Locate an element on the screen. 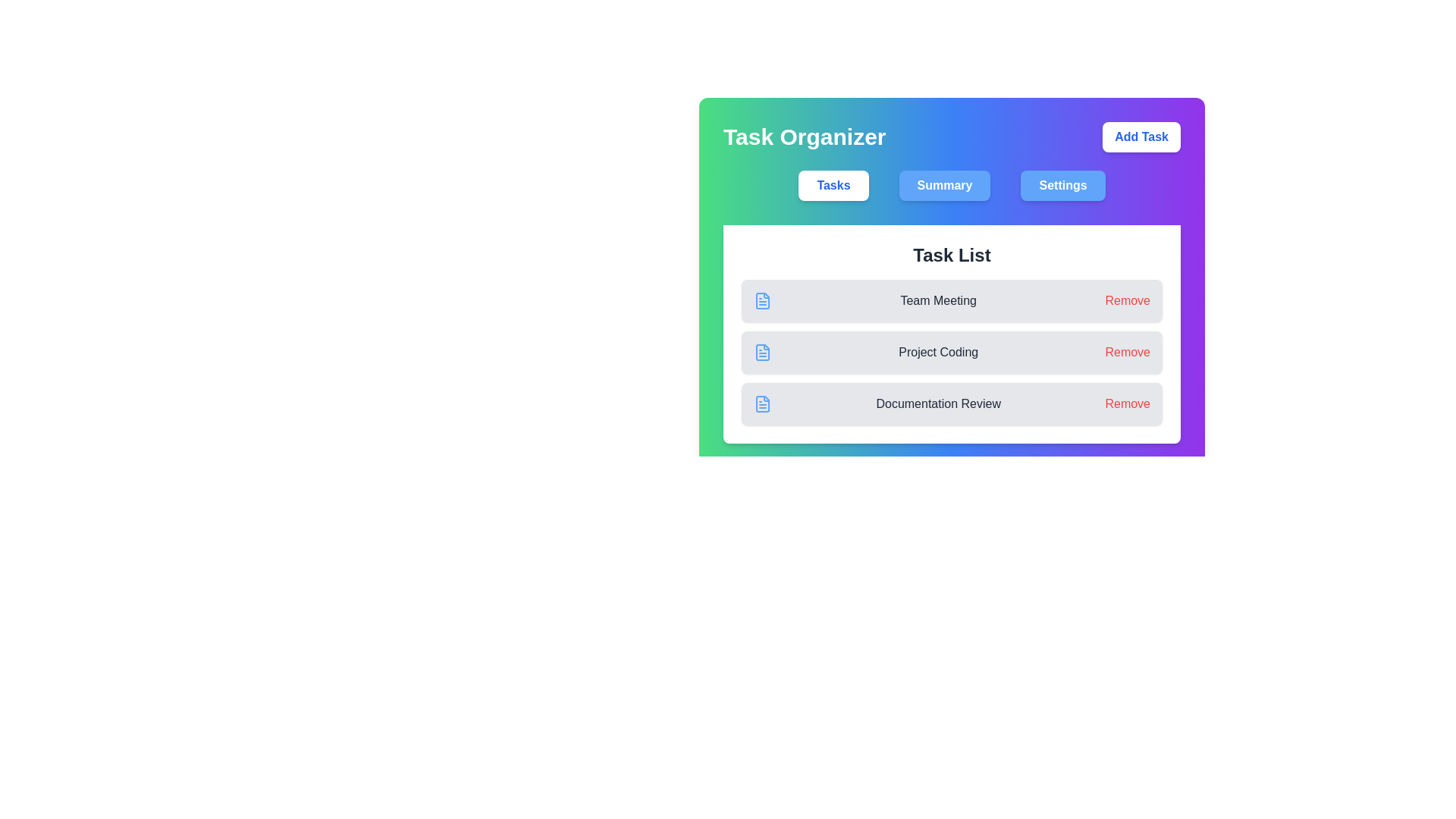  the 'Add Task' button, which is a blue button with rounded corners located in the top right section of the interface, to trigger a visual effect is located at coordinates (1141, 137).